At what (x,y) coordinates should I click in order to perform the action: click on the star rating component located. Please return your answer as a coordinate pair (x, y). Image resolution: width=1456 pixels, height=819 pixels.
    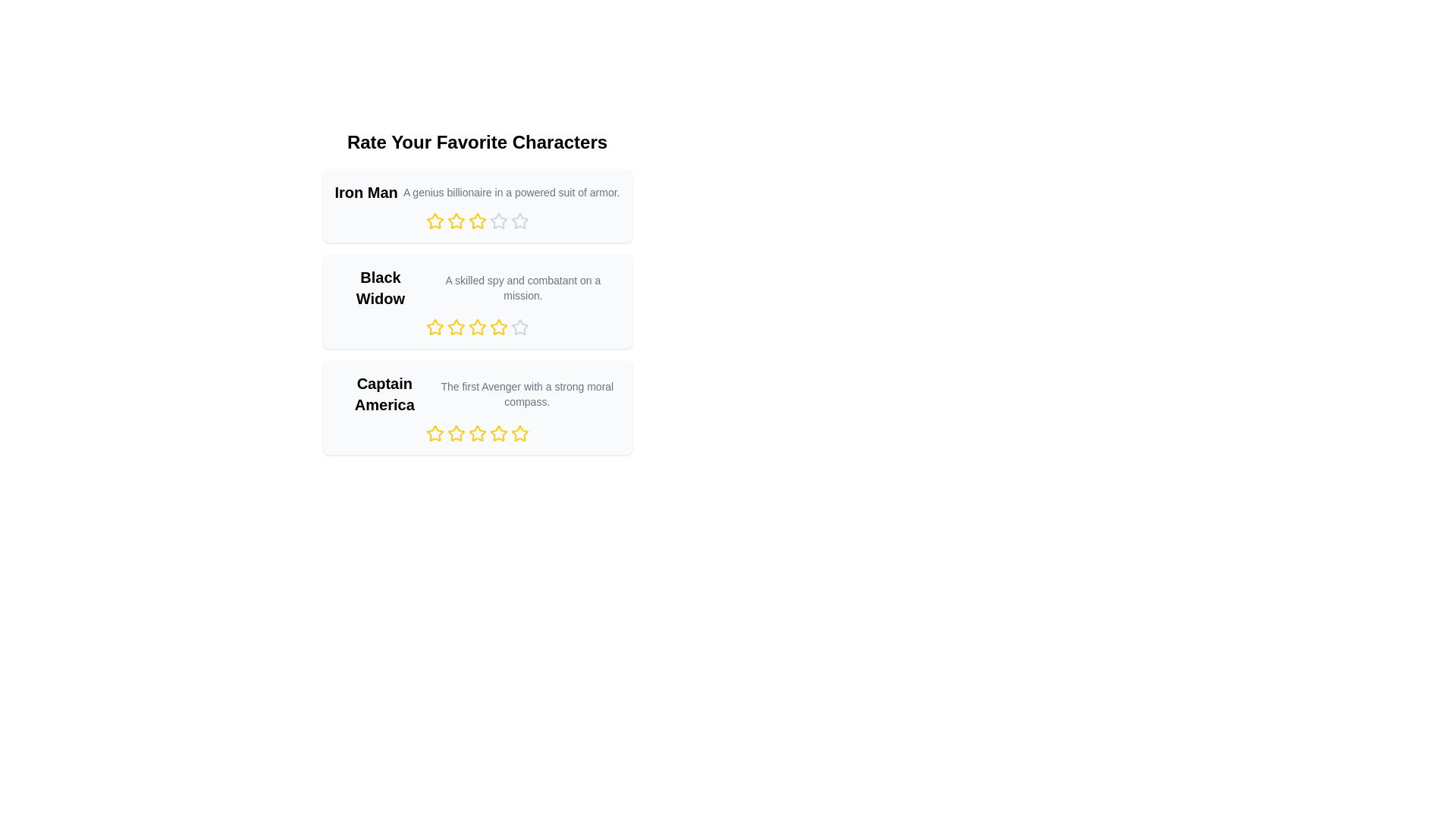
    Looking at the image, I should click on (476, 327).